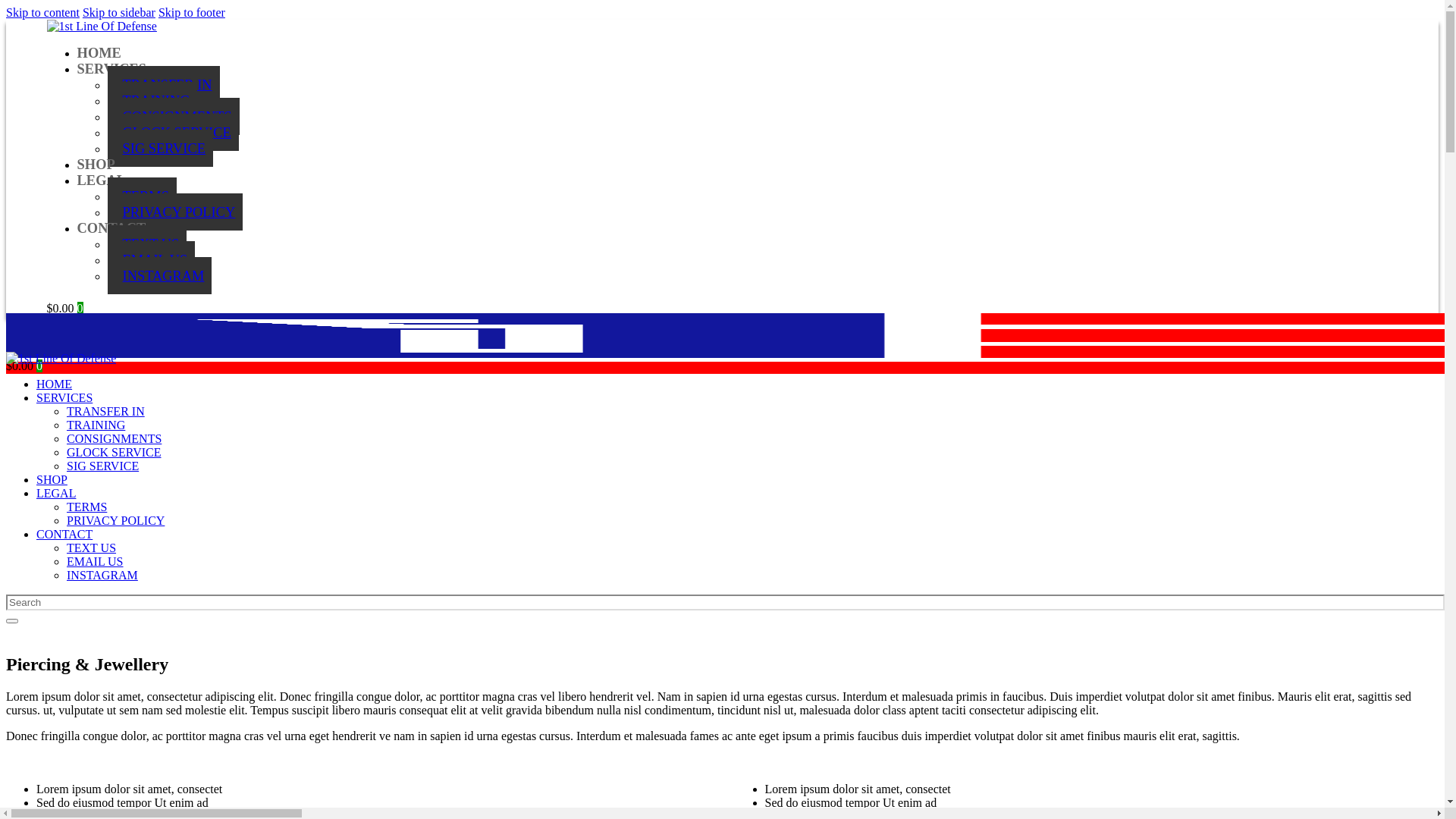 The width and height of the screenshot is (1456, 819). What do you see at coordinates (95, 425) in the screenshot?
I see `'TRAINING'` at bounding box center [95, 425].